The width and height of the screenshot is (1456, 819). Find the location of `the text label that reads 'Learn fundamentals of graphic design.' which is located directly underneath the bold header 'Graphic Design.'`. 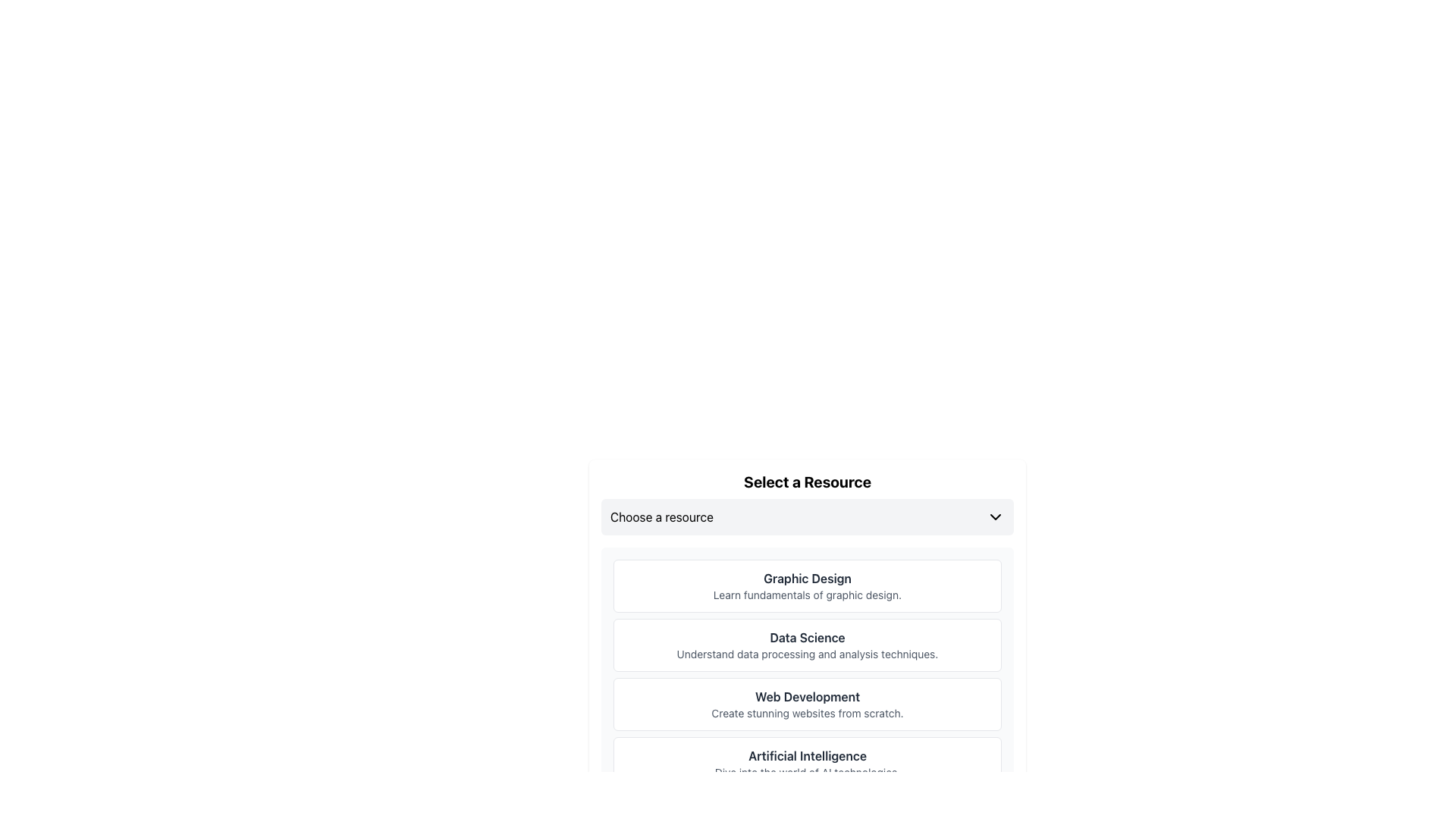

the text label that reads 'Learn fundamentals of graphic design.' which is located directly underneath the bold header 'Graphic Design.' is located at coordinates (807, 595).